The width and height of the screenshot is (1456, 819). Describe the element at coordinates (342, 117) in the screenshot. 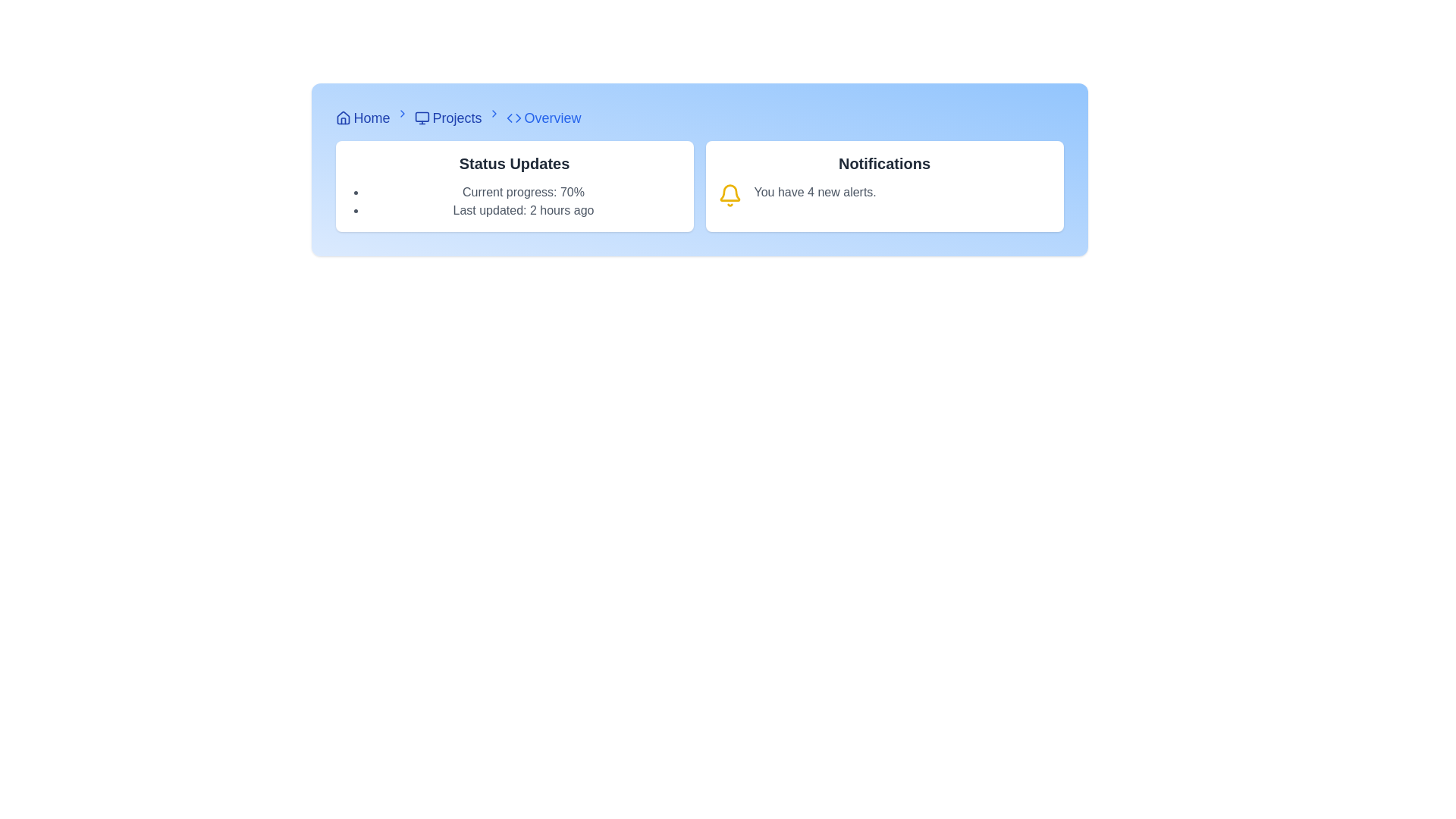

I see `the house-shaped icon in the breadcrumb navigation bar for keyboard navigation` at that location.